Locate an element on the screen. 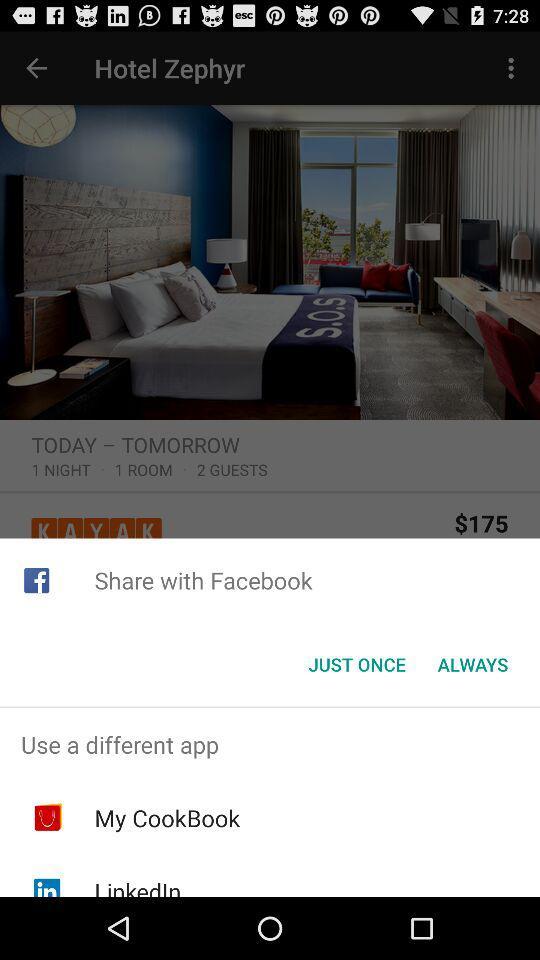  the linkedin is located at coordinates (136, 885).